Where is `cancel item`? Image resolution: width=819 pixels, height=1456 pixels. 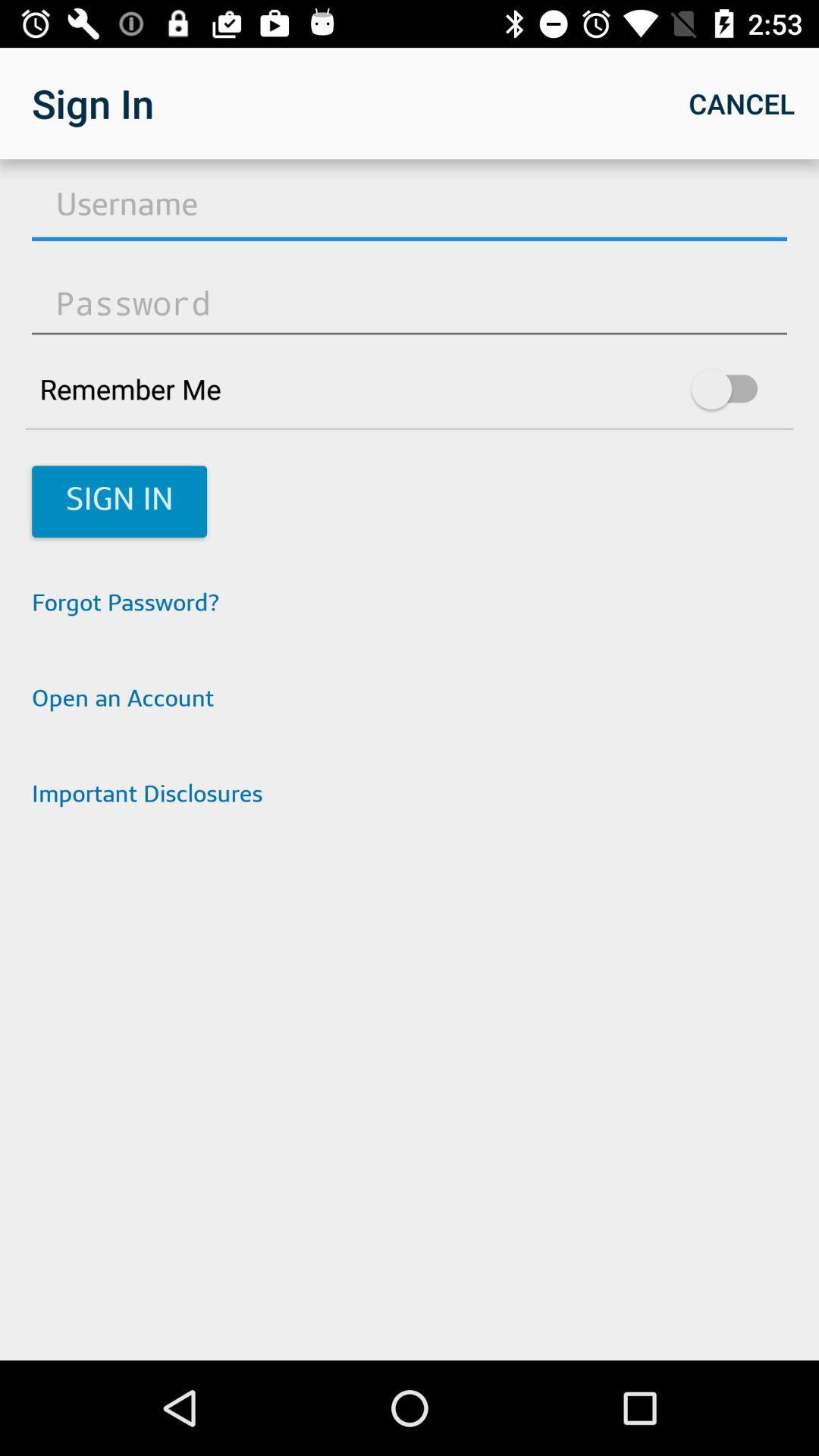 cancel item is located at coordinates (741, 102).